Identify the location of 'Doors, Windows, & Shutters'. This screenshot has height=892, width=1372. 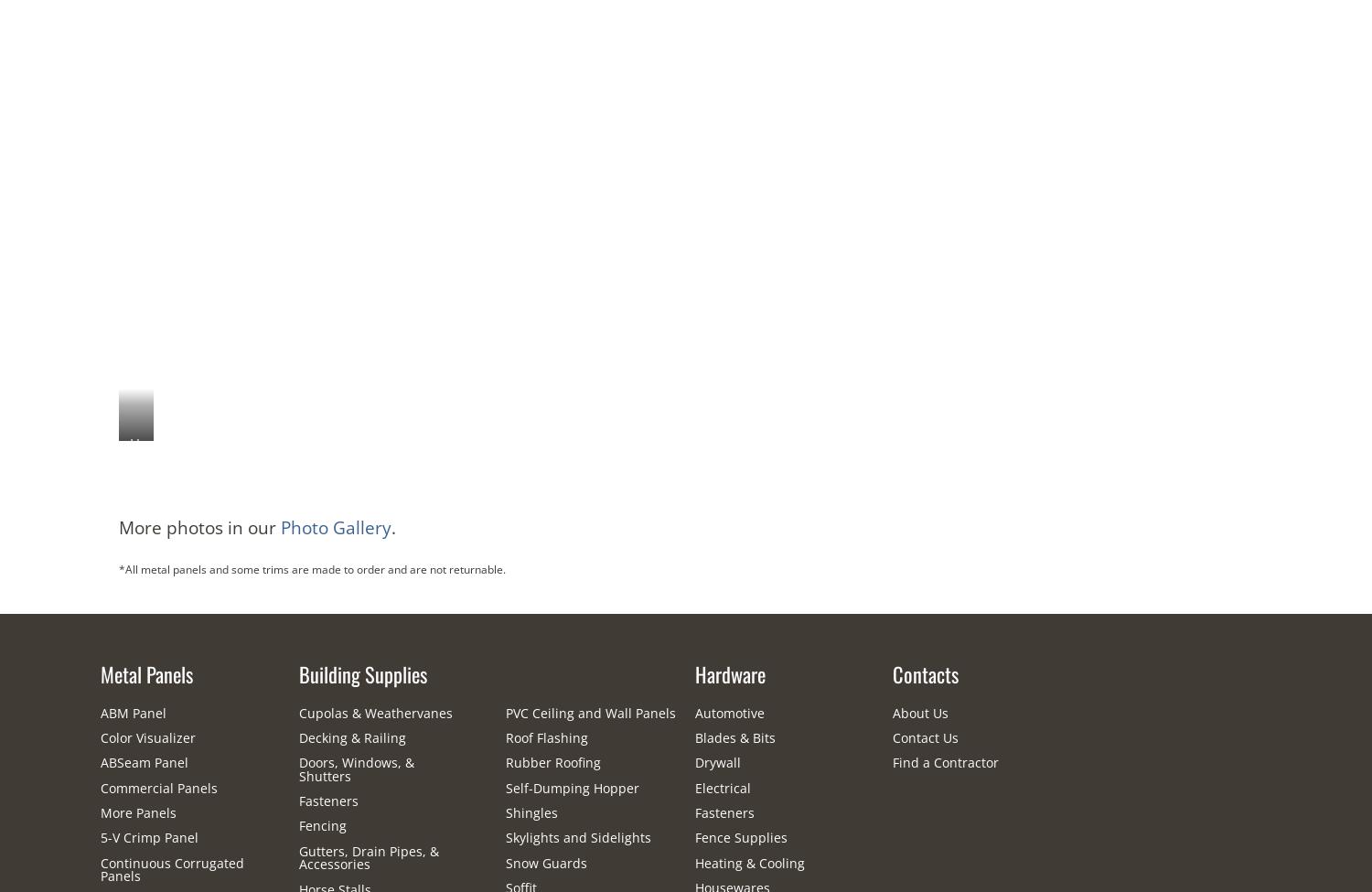
(355, 768).